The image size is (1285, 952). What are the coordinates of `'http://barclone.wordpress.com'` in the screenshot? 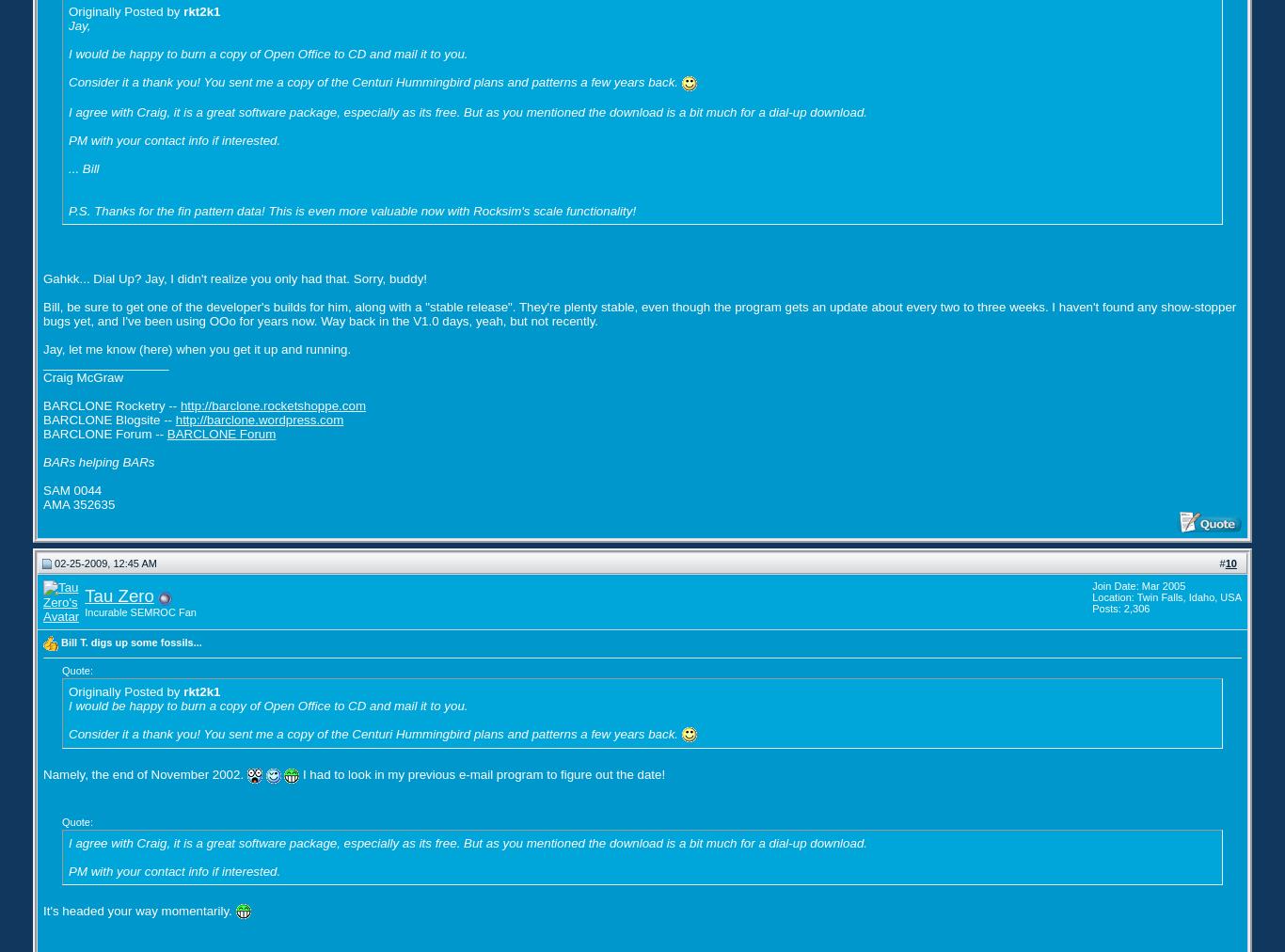 It's located at (259, 419).